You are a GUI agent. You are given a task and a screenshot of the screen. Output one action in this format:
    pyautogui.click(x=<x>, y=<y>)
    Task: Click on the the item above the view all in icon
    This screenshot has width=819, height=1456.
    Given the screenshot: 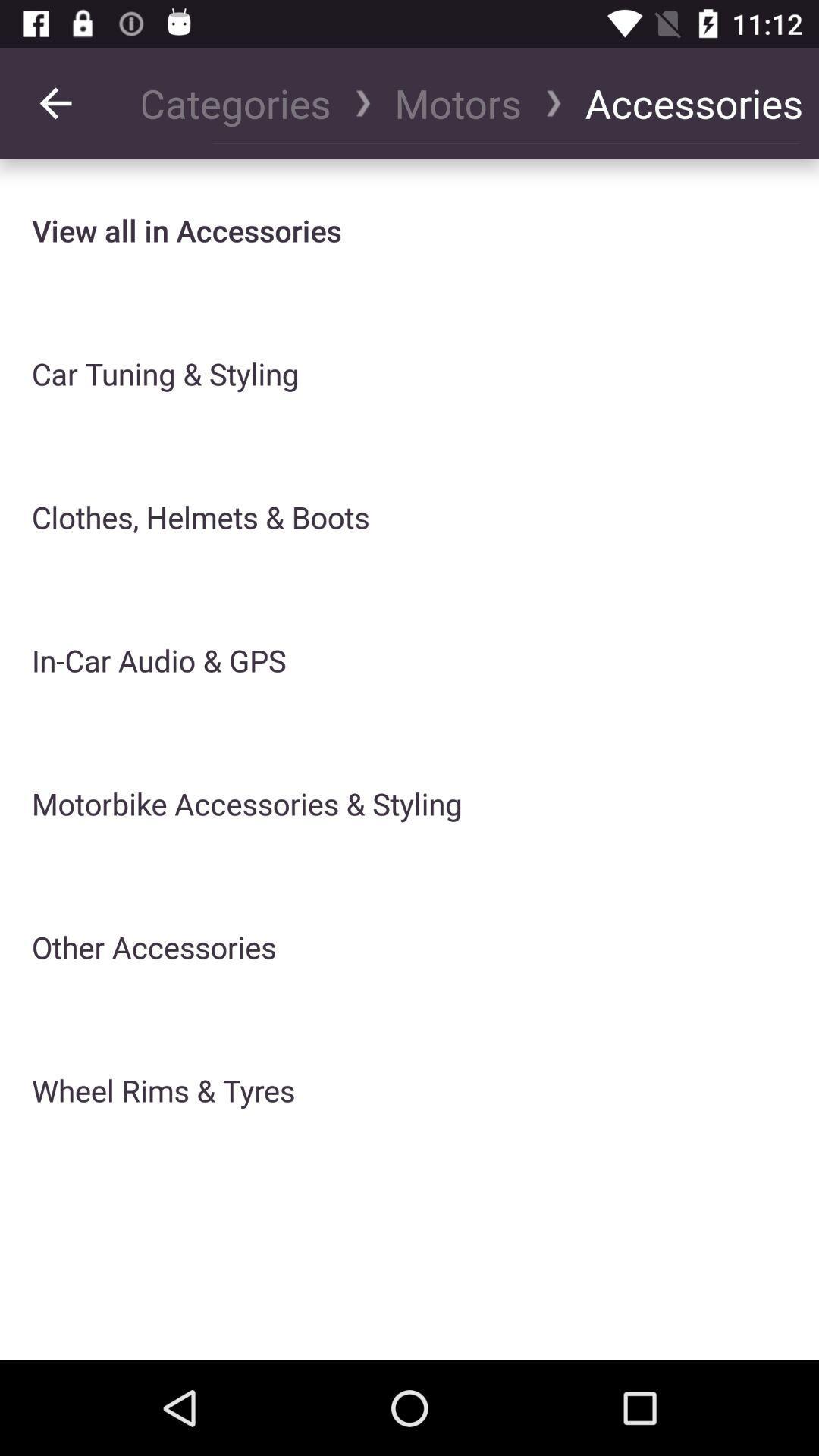 What is the action you would take?
    pyautogui.click(x=55, y=102)
    